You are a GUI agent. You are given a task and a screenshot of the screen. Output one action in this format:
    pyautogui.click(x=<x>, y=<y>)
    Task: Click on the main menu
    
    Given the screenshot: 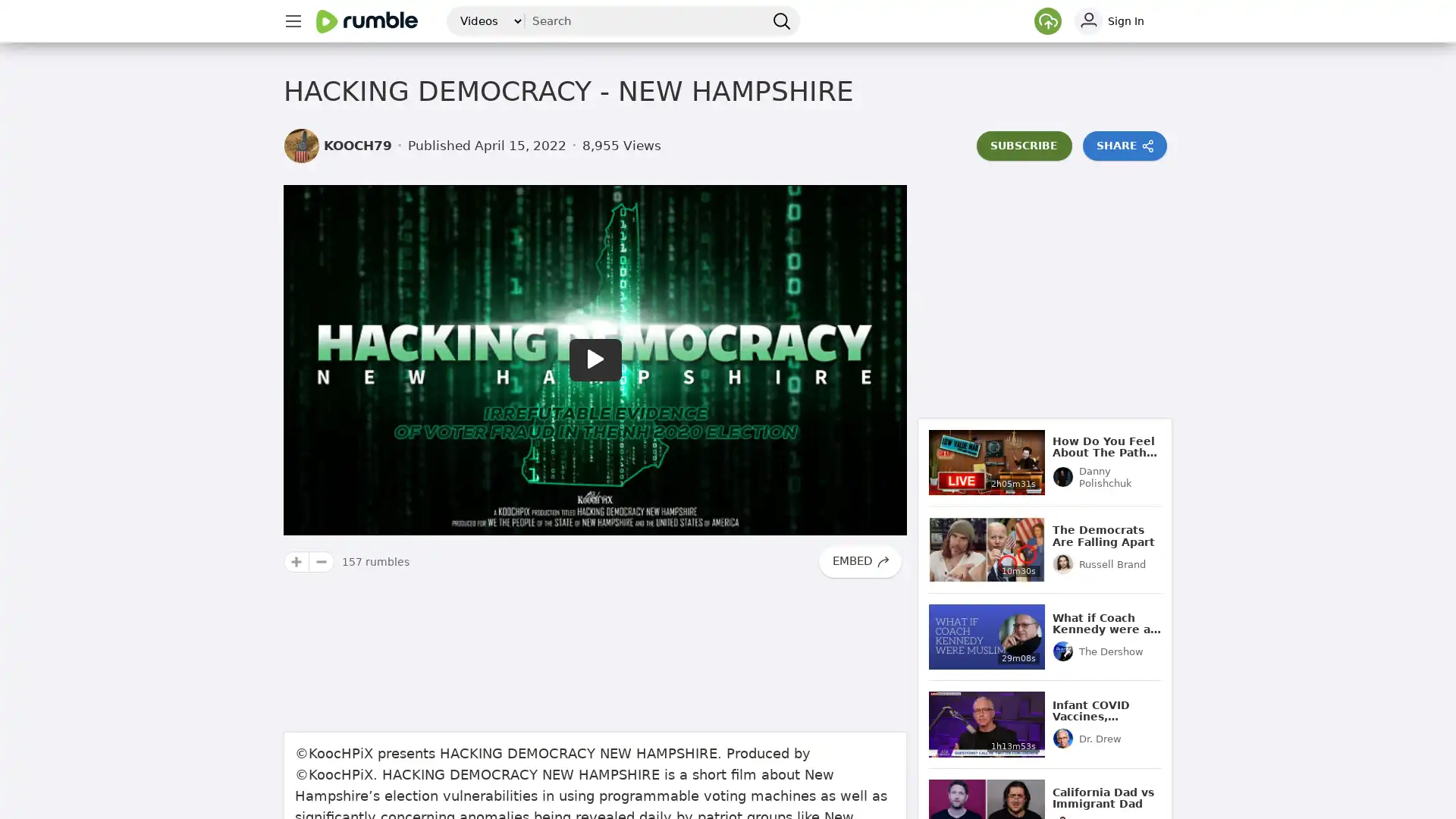 What is the action you would take?
    pyautogui.click(x=292, y=20)
    